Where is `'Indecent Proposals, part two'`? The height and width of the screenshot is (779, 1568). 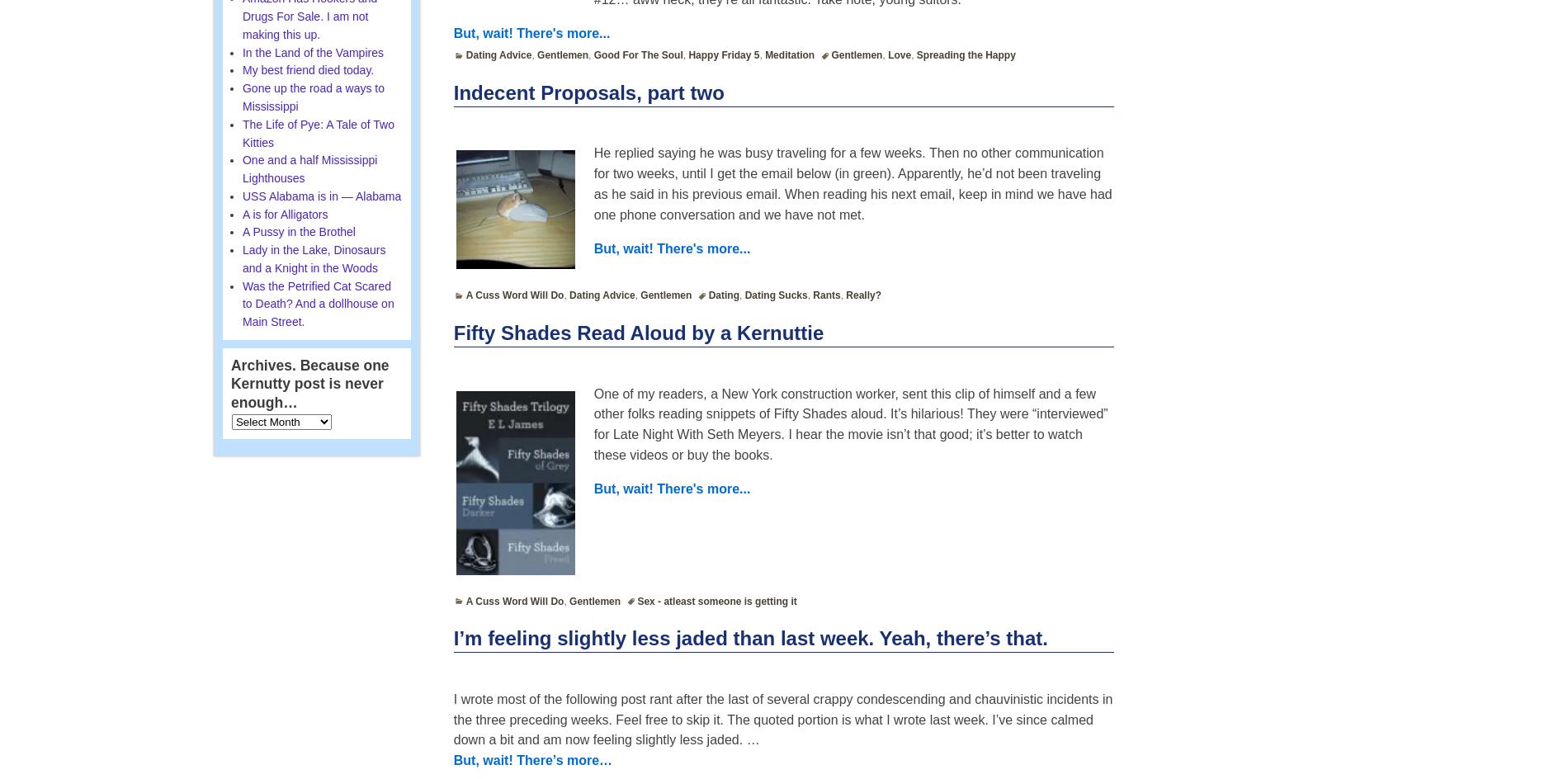
'Indecent Proposals, part two' is located at coordinates (588, 91).